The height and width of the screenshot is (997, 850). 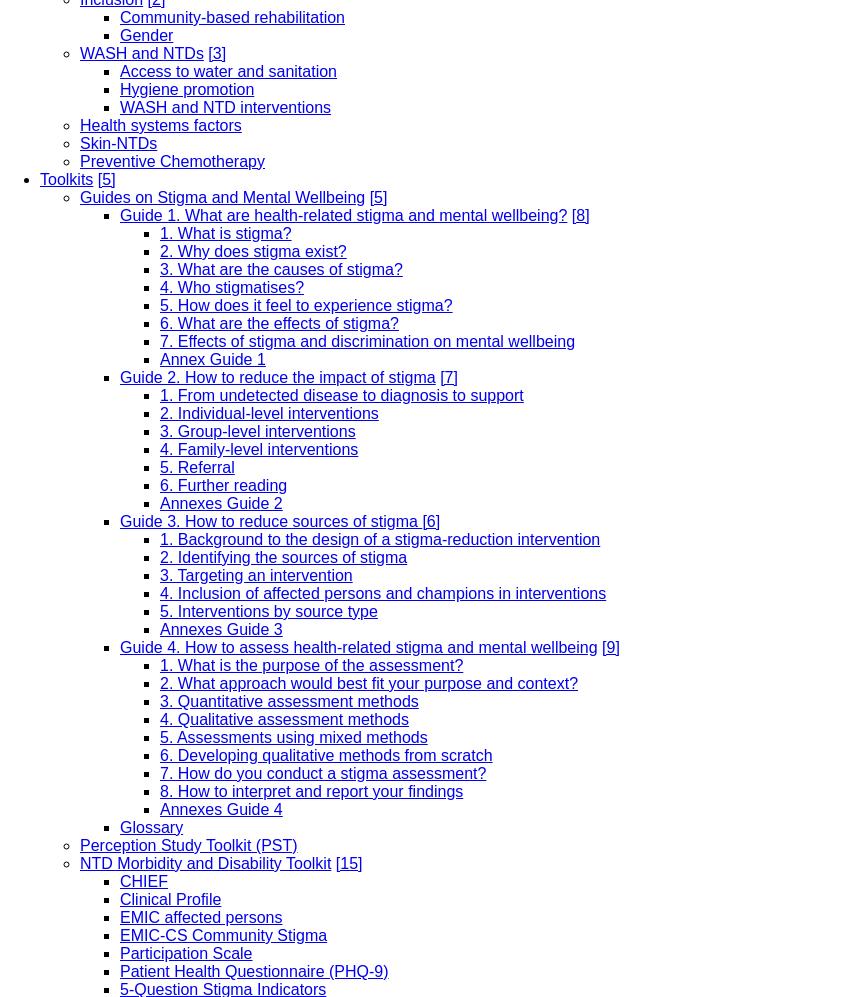 I want to click on 'Guide 2. How to reduce the impact of stigma', so click(x=276, y=376).